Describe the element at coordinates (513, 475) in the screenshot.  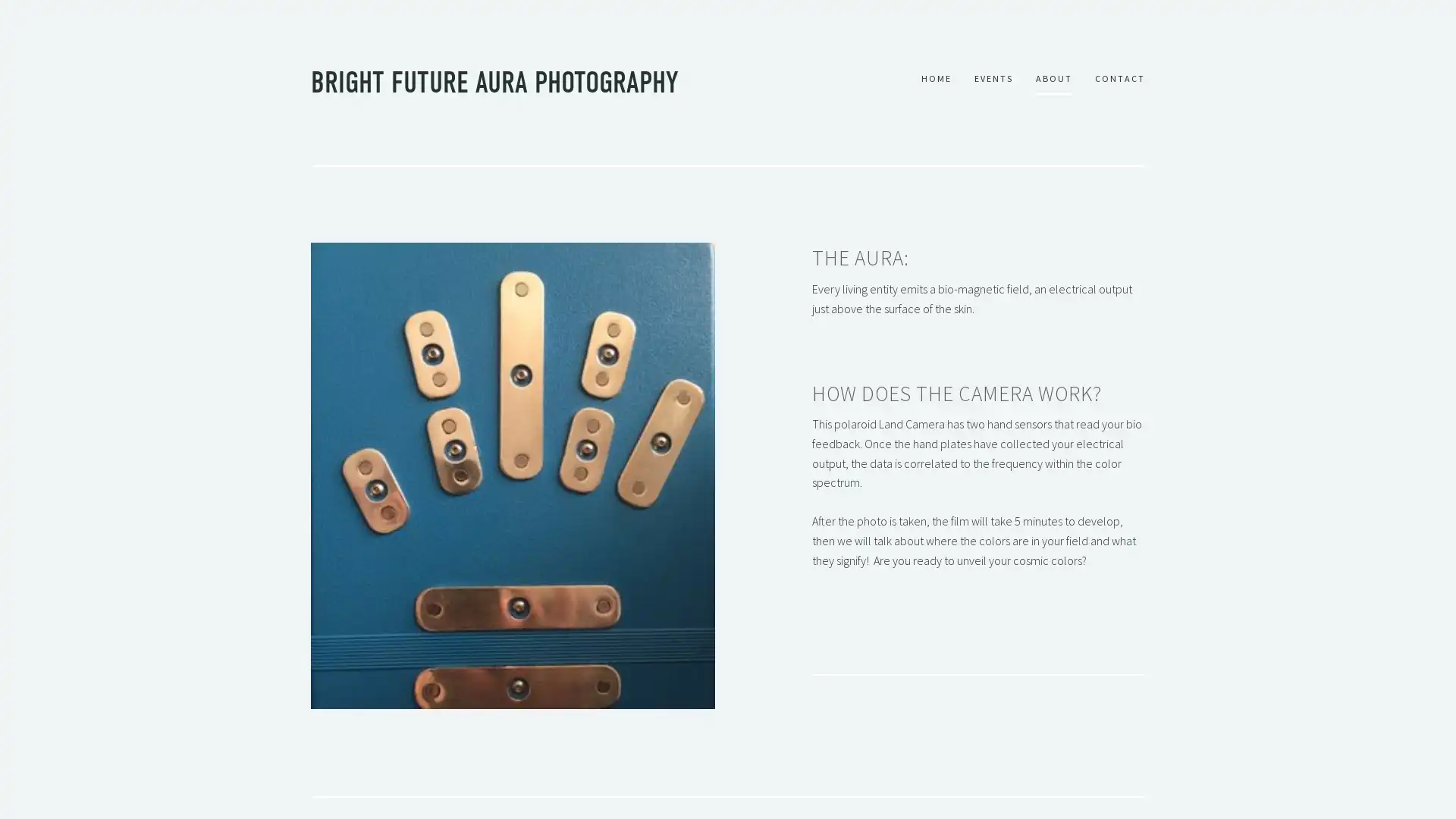
I see `View fullsize` at that location.